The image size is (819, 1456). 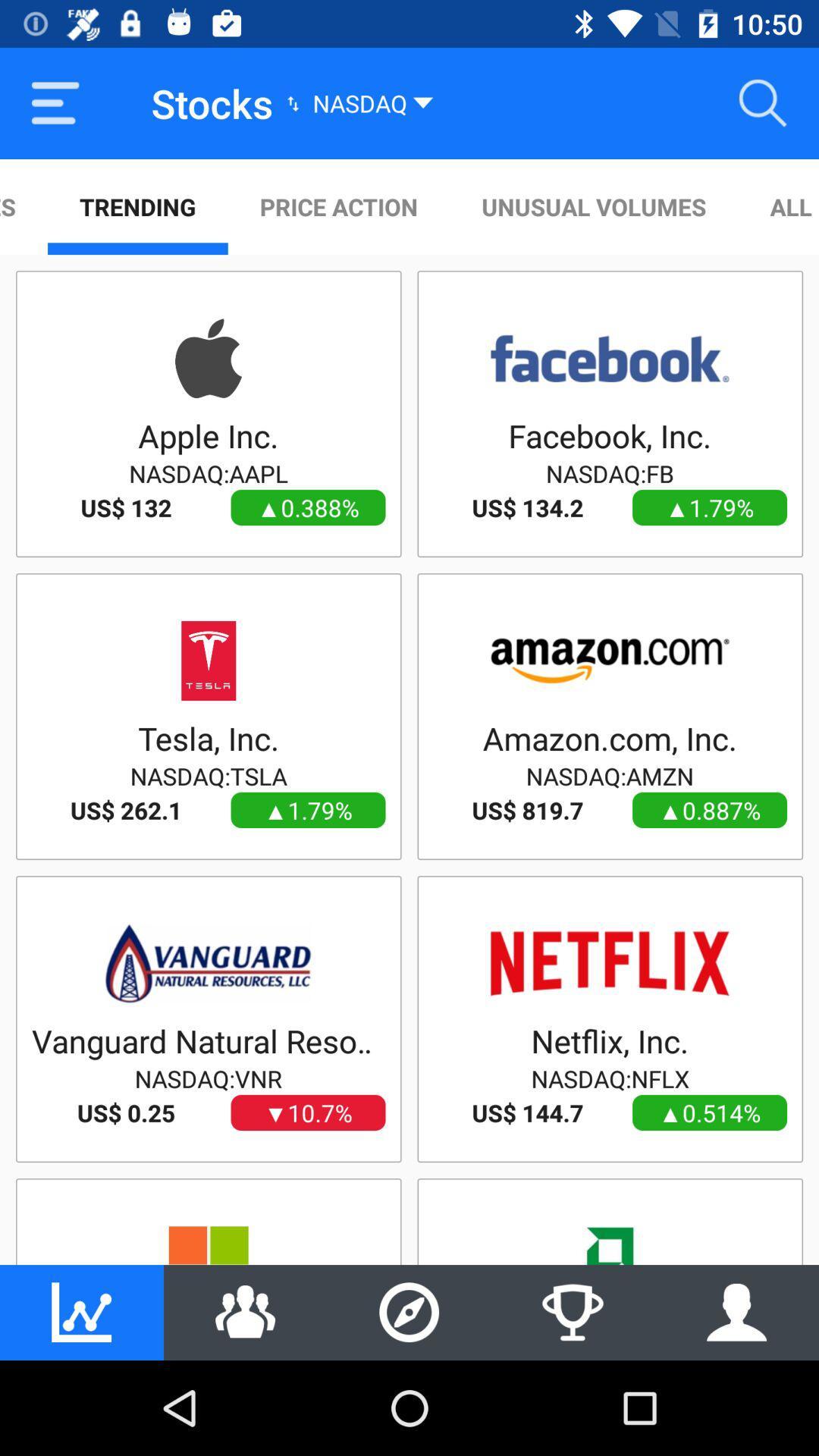 I want to click on the item to the left of stocks, so click(x=55, y=102).